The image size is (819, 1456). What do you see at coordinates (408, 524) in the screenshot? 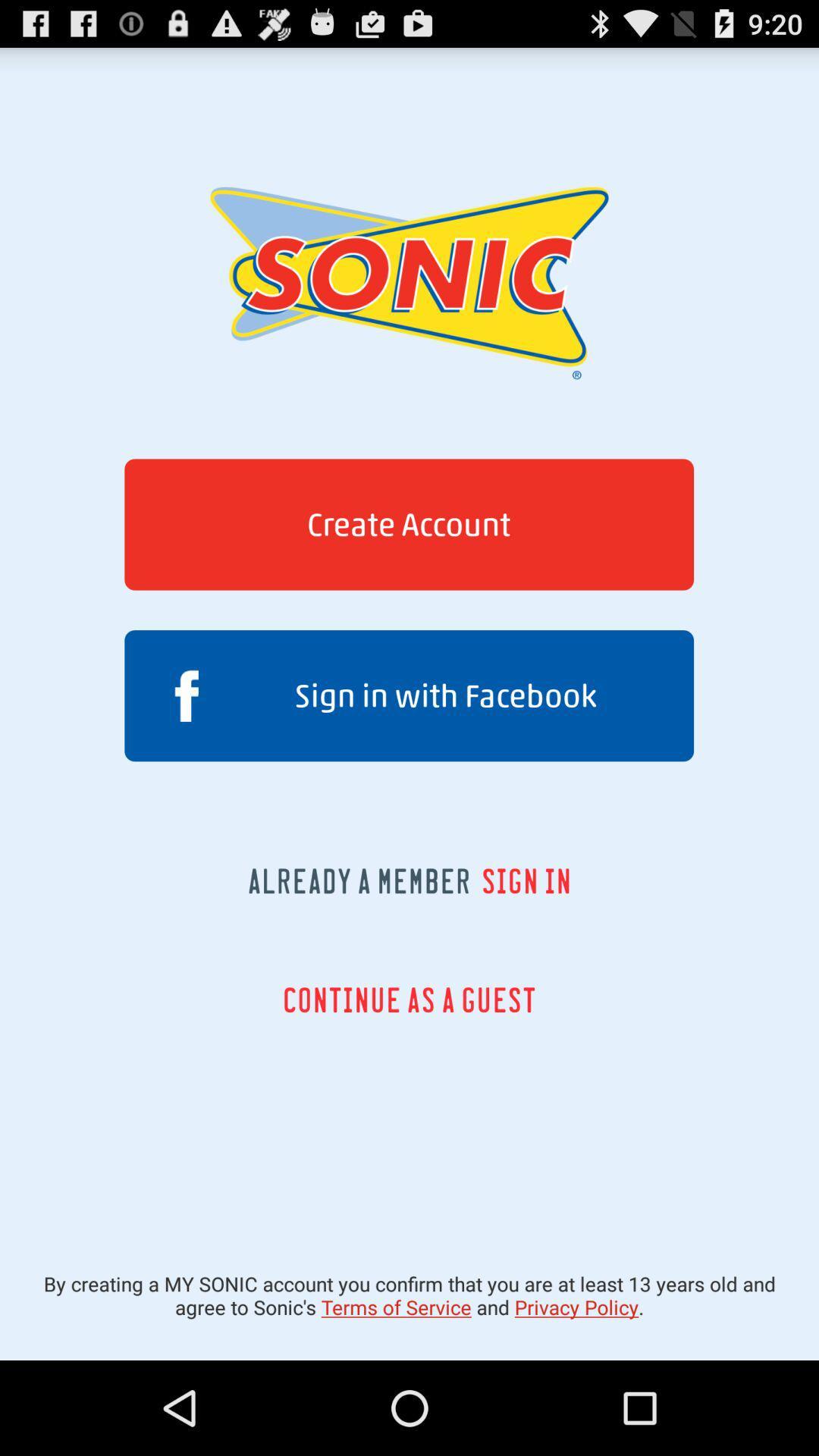
I see `the button above sign in with item` at bounding box center [408, 524].